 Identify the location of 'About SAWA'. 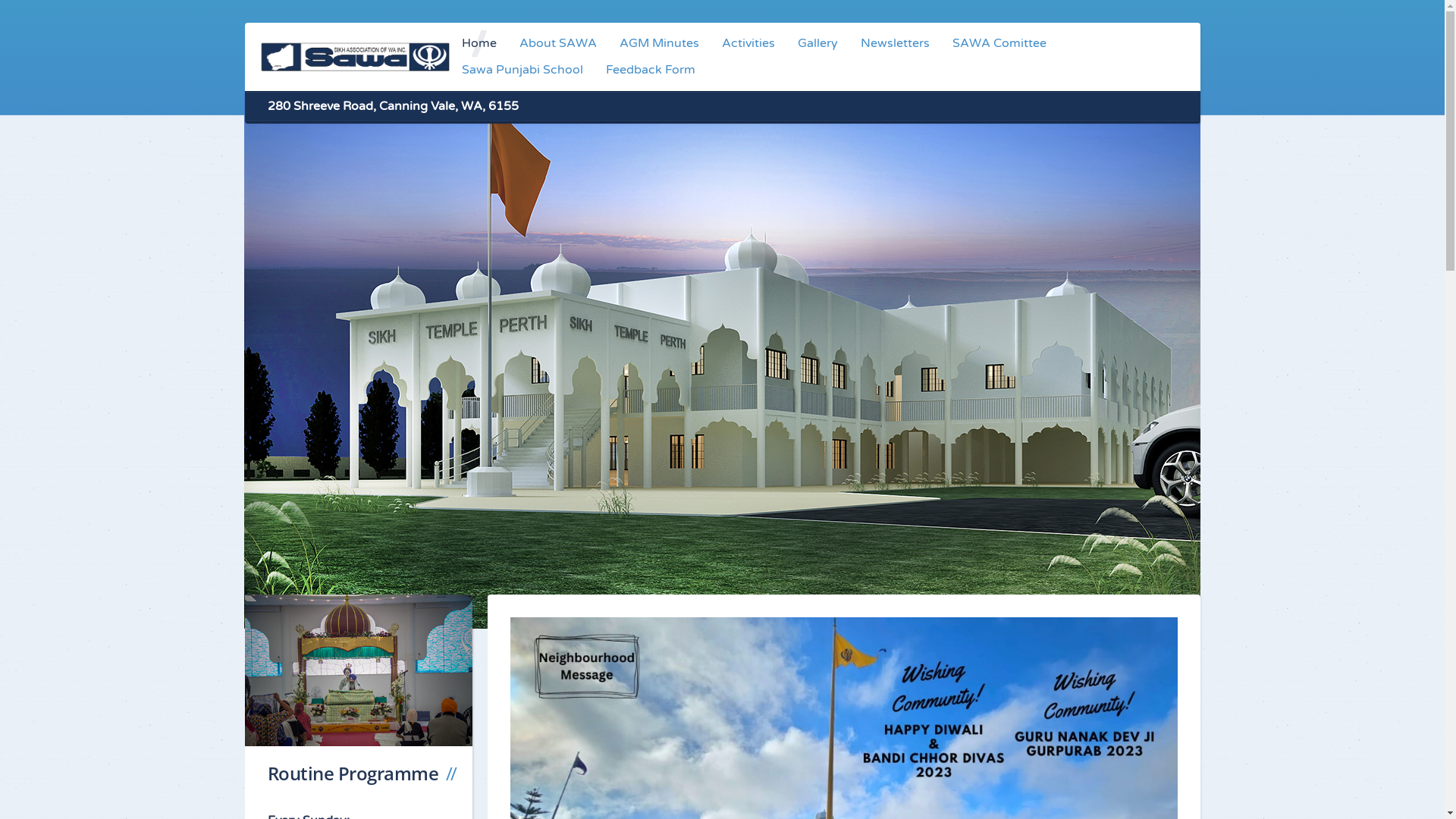
(508, 42).